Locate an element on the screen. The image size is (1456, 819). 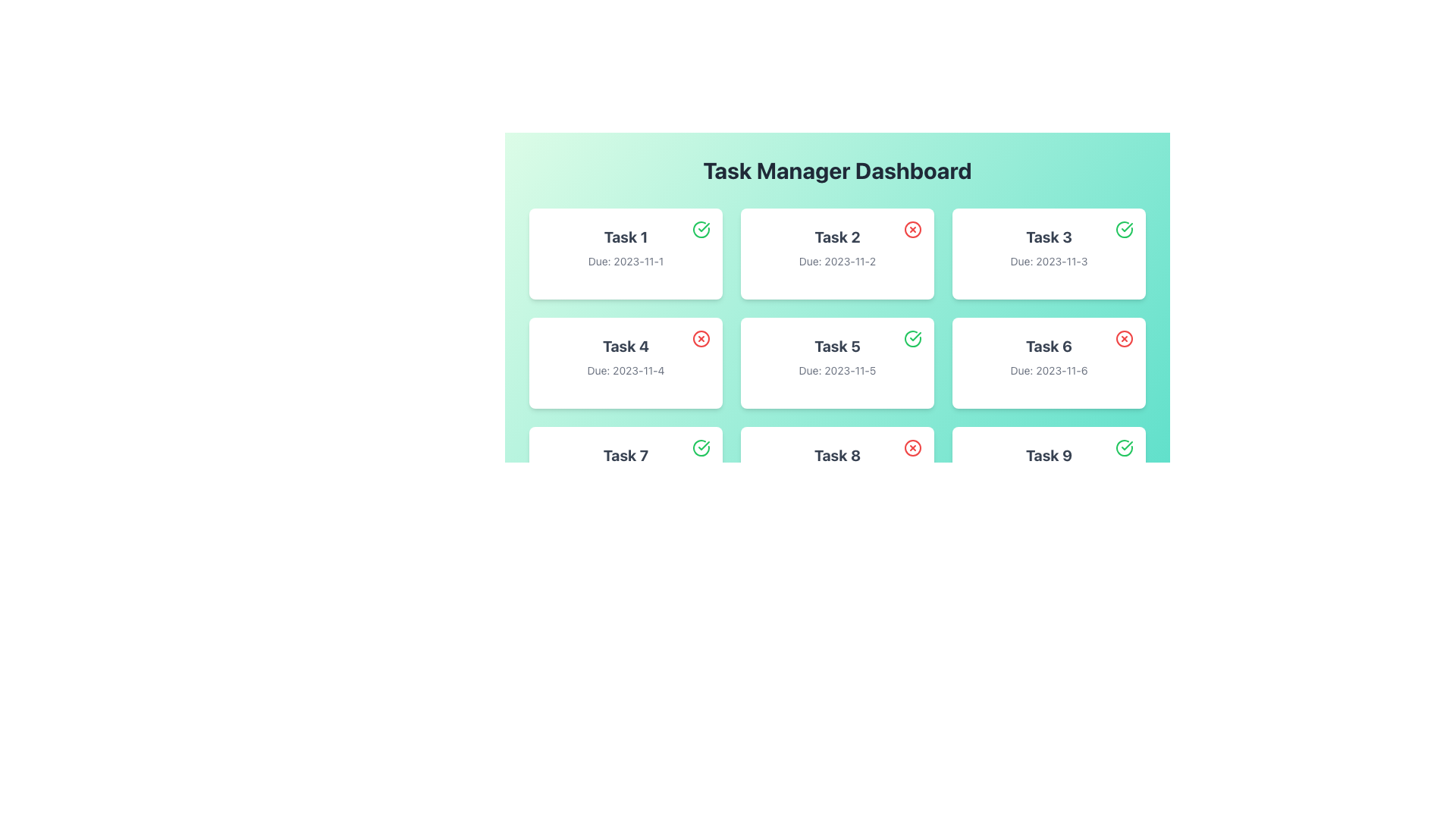
the left subpart of the 'completed' indicator icon located in the bottom-left cell of the grid layout under 'Task 7' is located at coordinates (701, 447).